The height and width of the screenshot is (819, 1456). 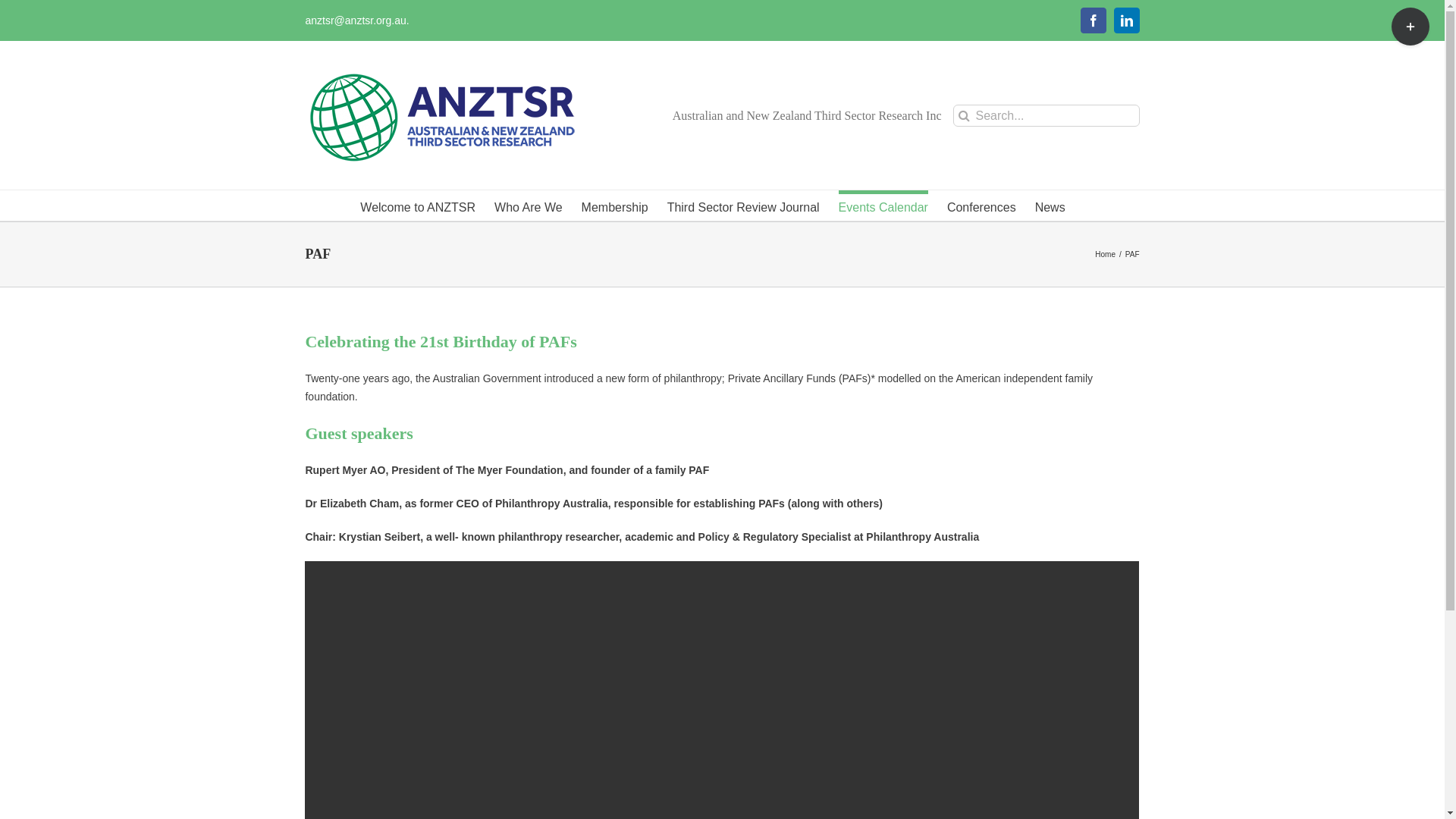 What do you see at coordinates (883, 205) in the screenshot?
I see `'Events Calendar'` at bounding box center [883, 205].